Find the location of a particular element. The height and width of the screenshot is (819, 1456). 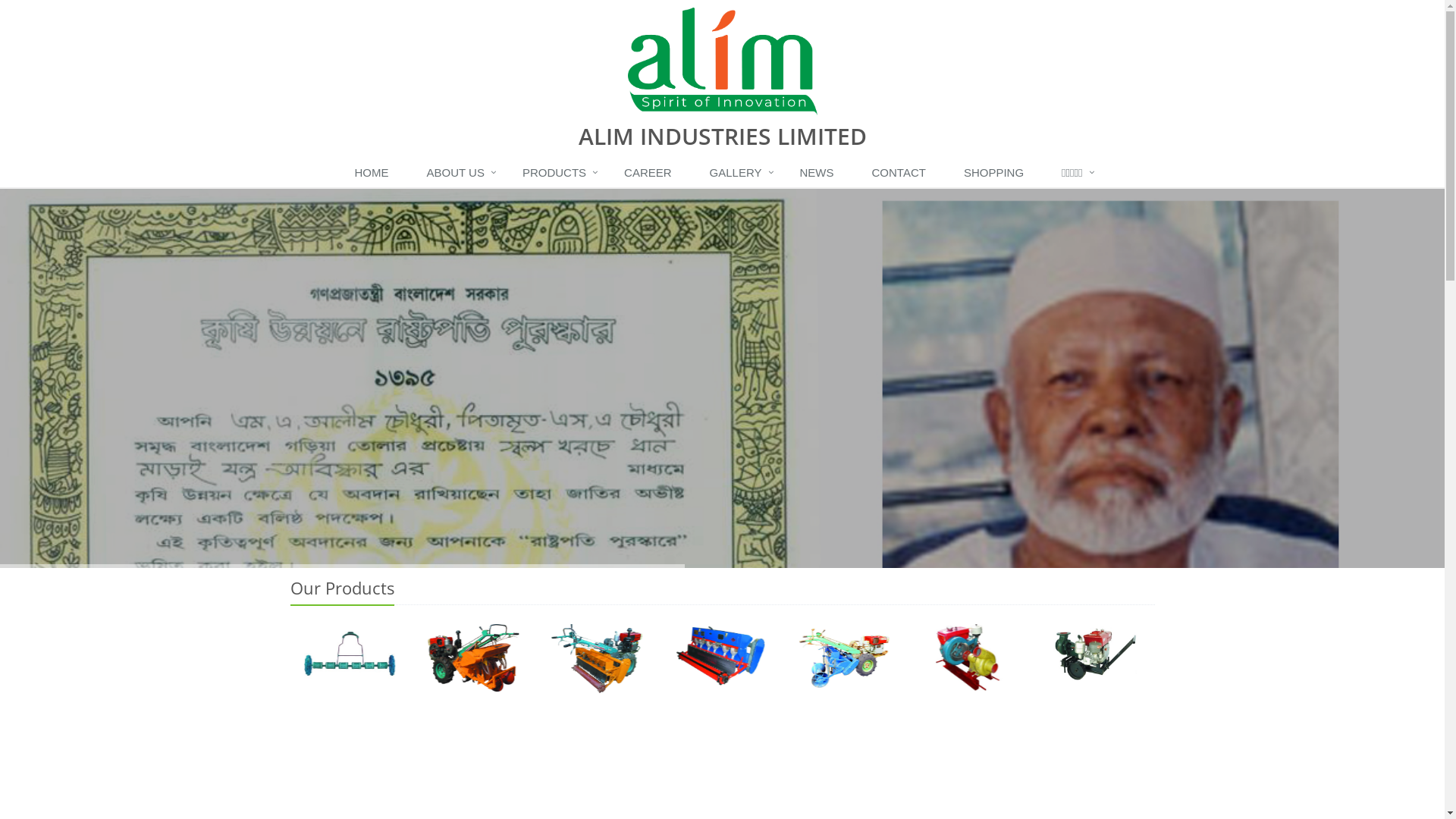

'CAREER' is located at coordinates (651, 172).